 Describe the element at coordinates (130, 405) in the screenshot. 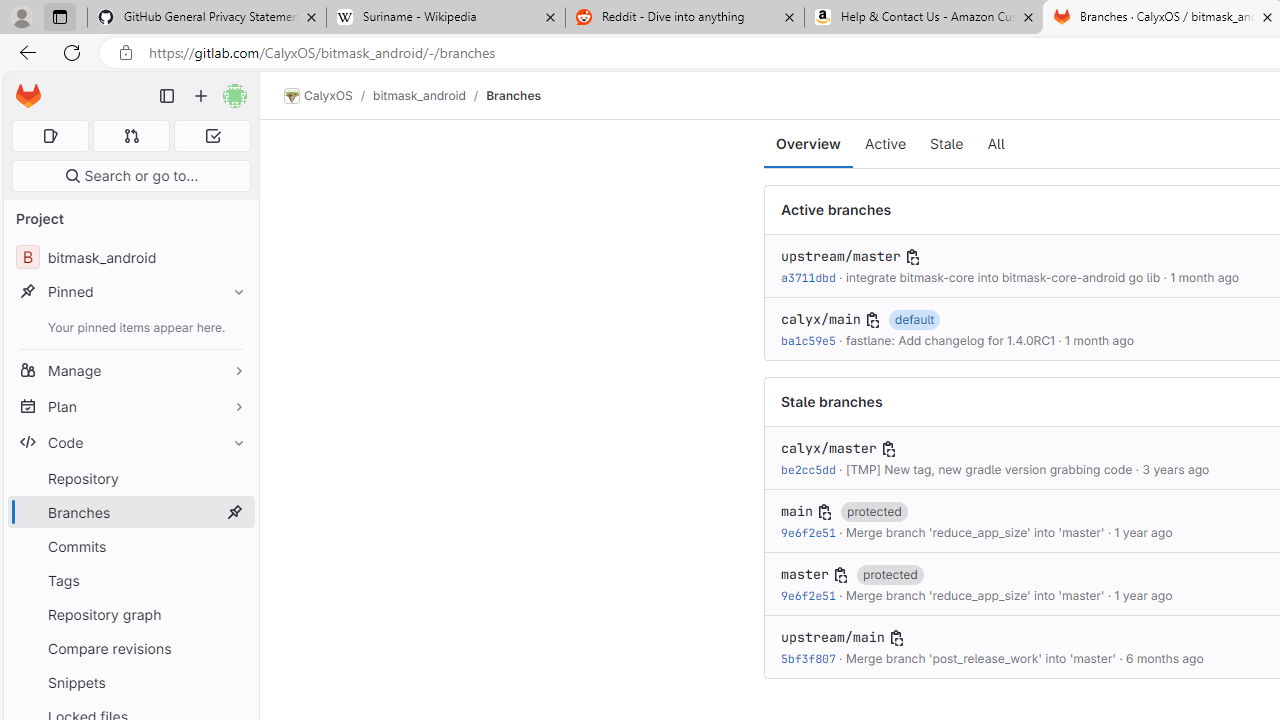

I see `'Plan'` at that location.